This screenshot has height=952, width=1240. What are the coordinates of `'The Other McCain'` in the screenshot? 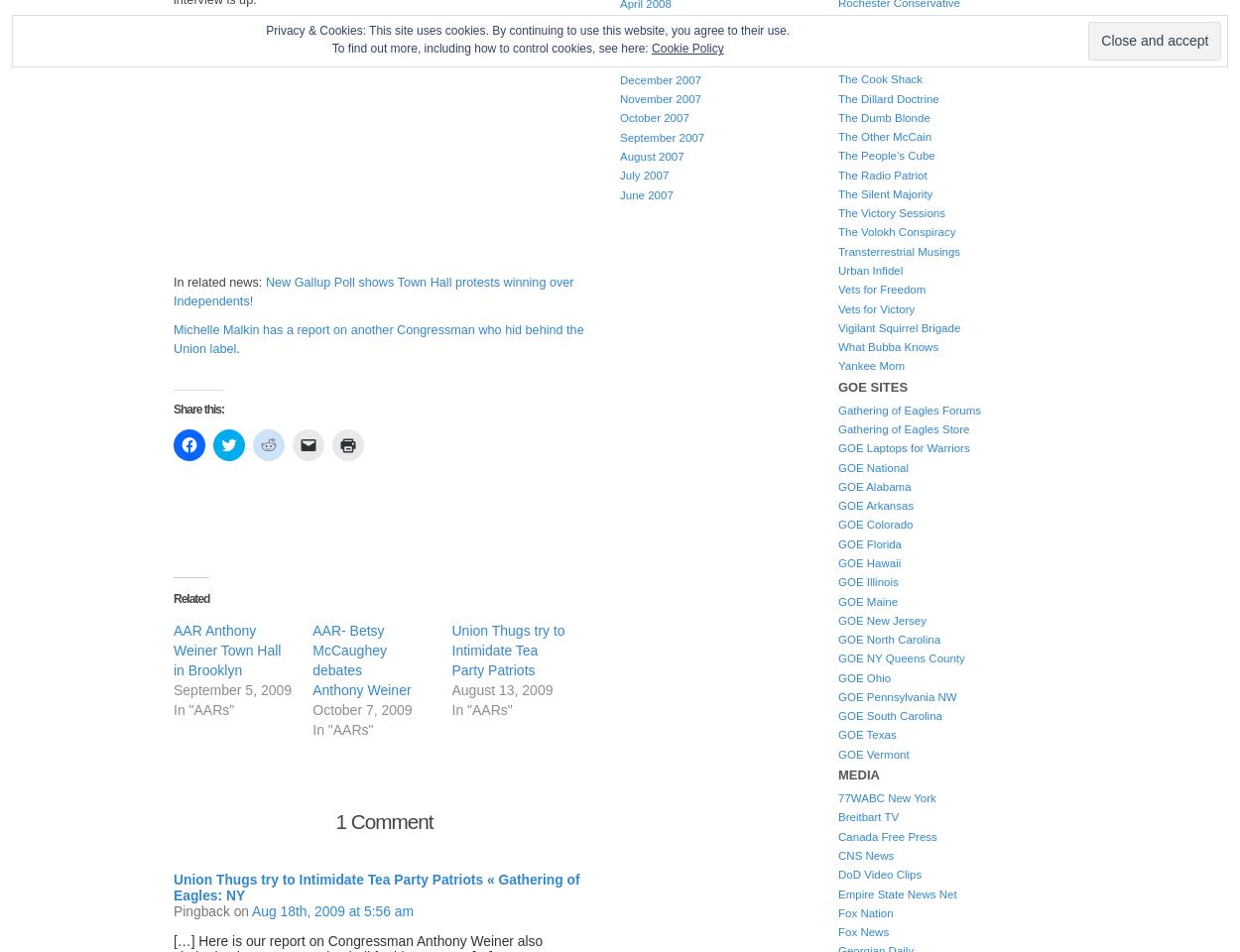 It's located at (885, 135).